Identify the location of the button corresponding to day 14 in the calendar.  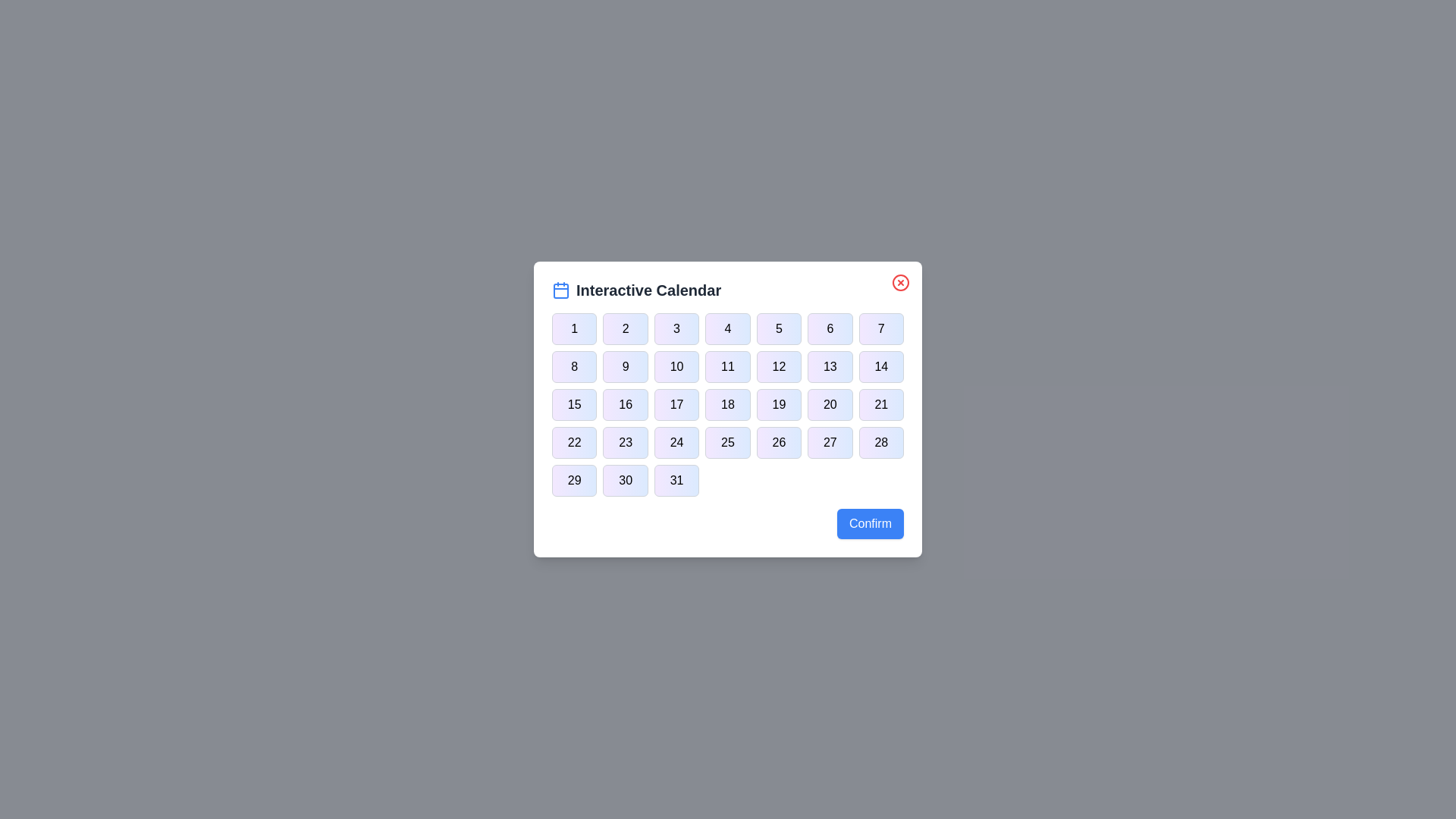
(881, 366).